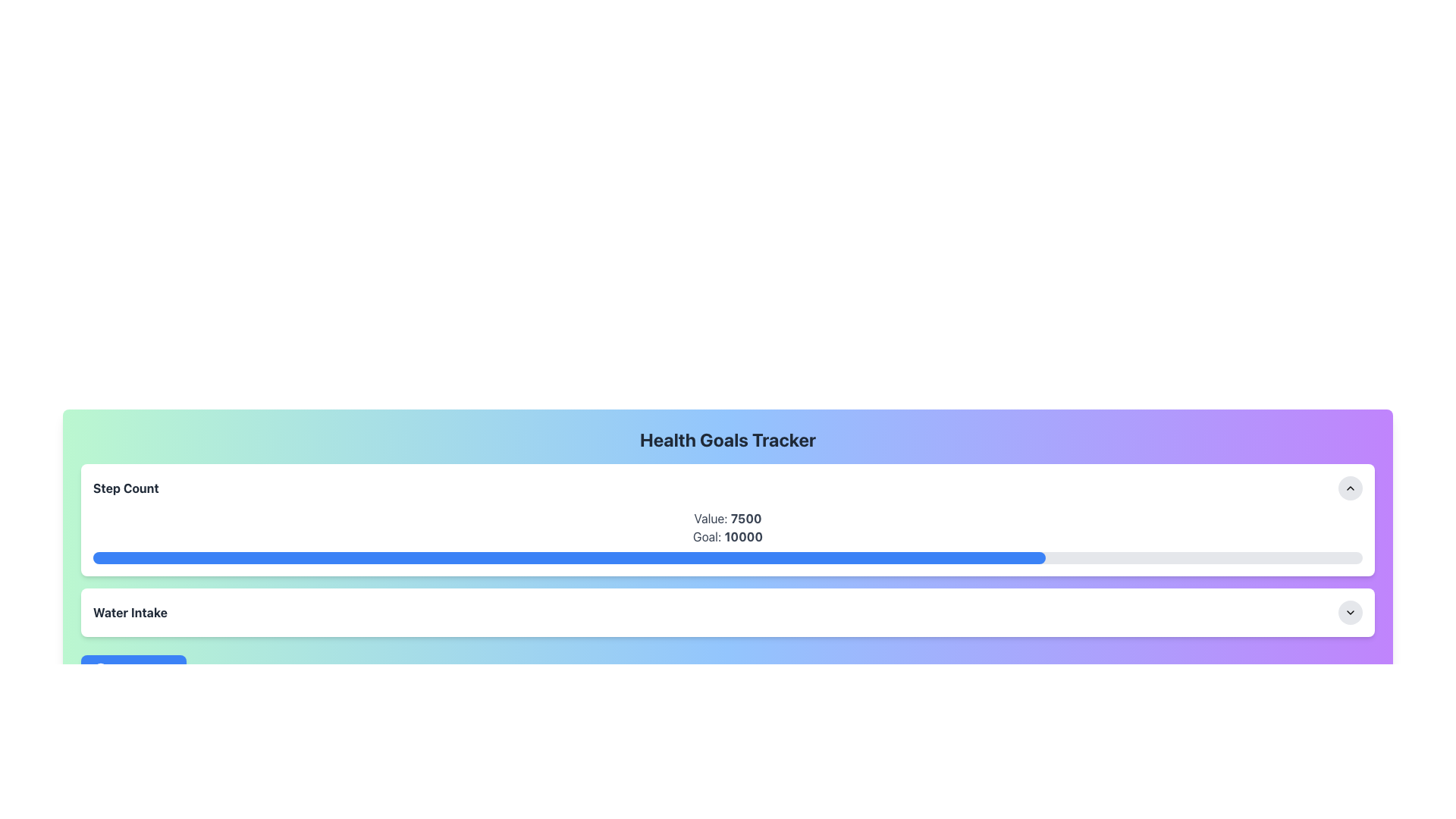 This screenshot has width=1456, height=819. What do you see at coordinates (100, 669) in the screenshot?
I see `the SVG circle located in the bottom-left corner of the interface, which is part of a plus icon component` at bounding box center [100, 669].